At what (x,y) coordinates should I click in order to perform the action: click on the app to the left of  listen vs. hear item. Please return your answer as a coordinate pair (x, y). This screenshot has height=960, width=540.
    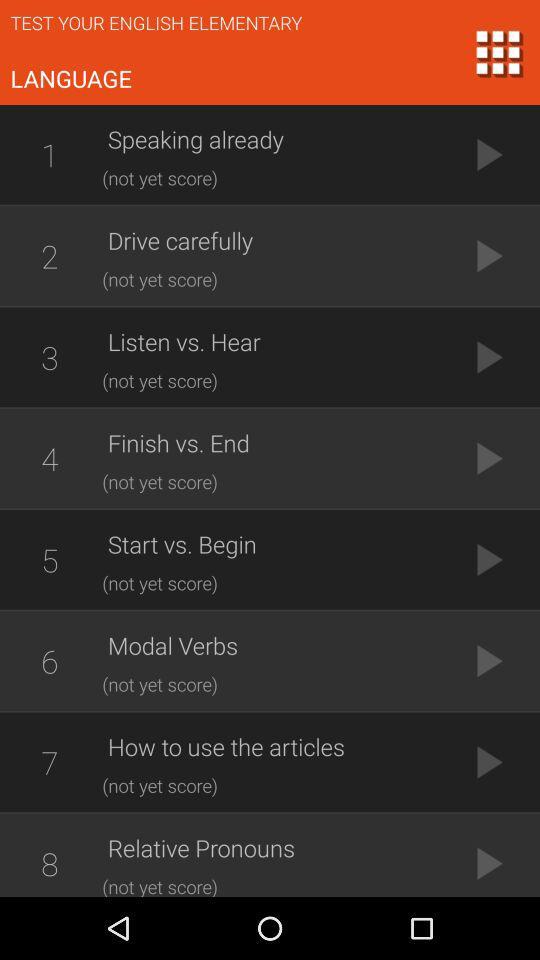
    Looking at the image, I should click on (49, 357).